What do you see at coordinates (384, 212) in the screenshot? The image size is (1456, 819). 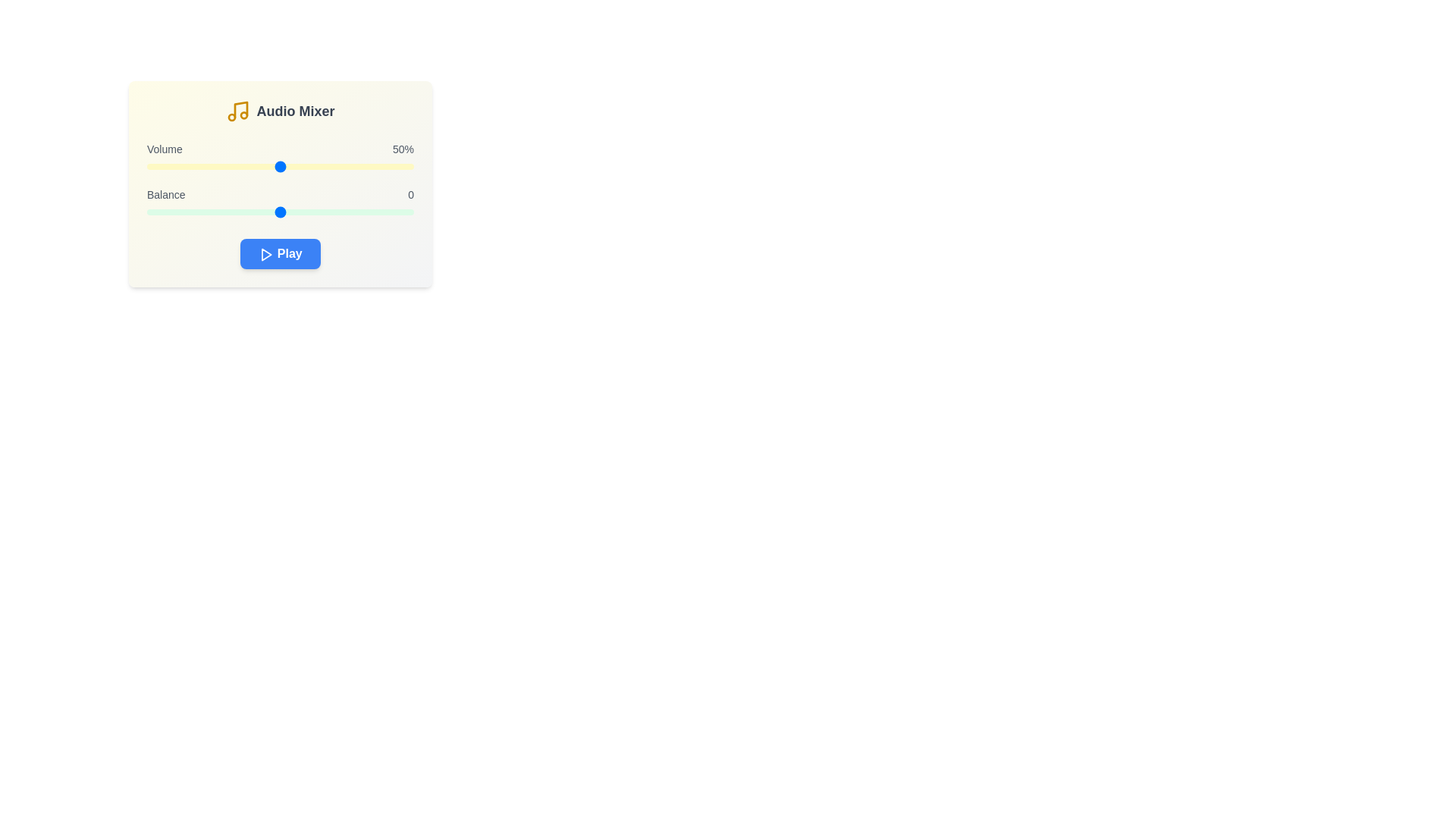 I see `balance` at bounding box center [384, 212].